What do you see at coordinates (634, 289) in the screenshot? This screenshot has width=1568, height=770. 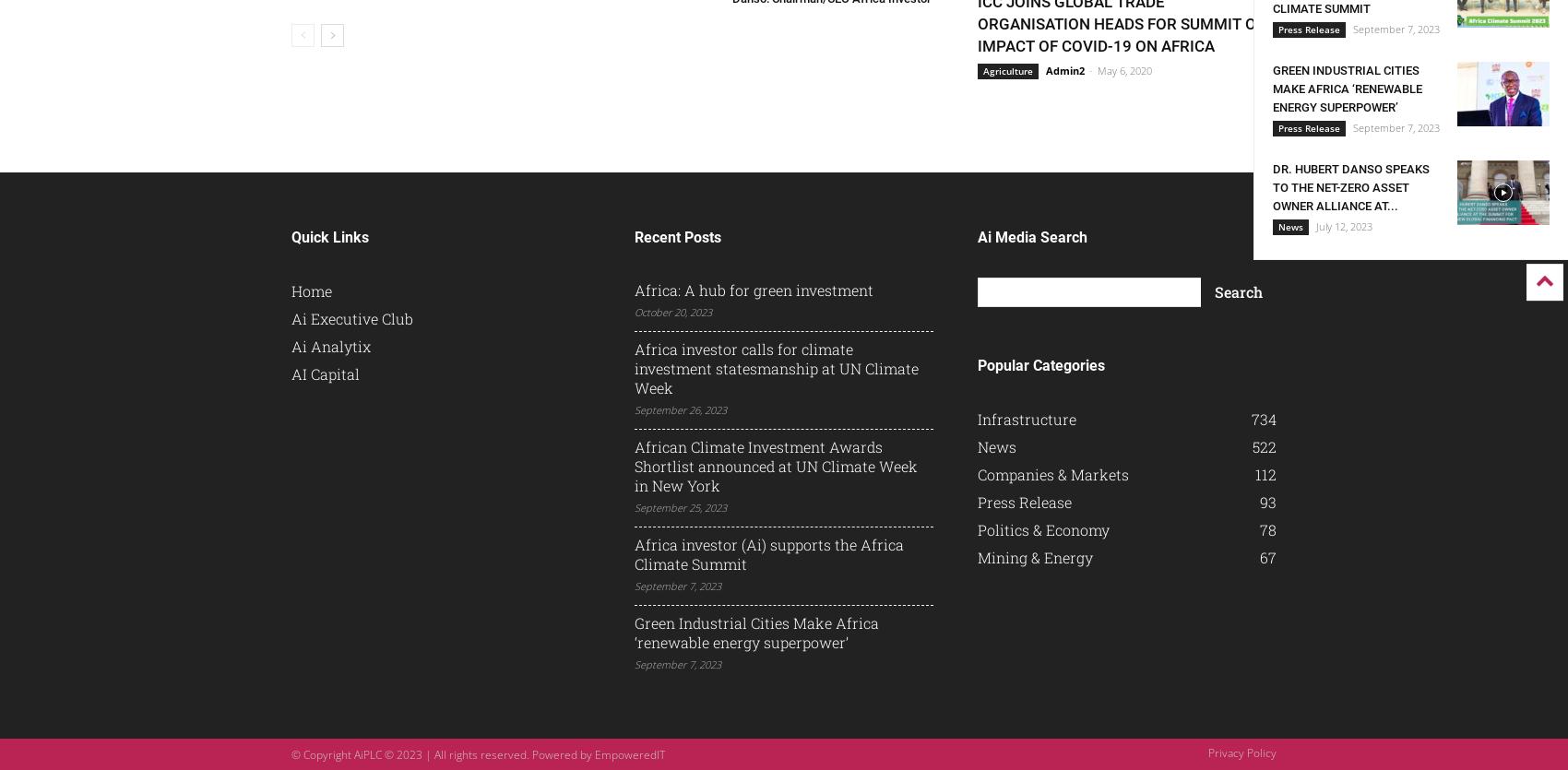 I see `'Africa: A hub for green investment'` at bounding box center [634, 289].